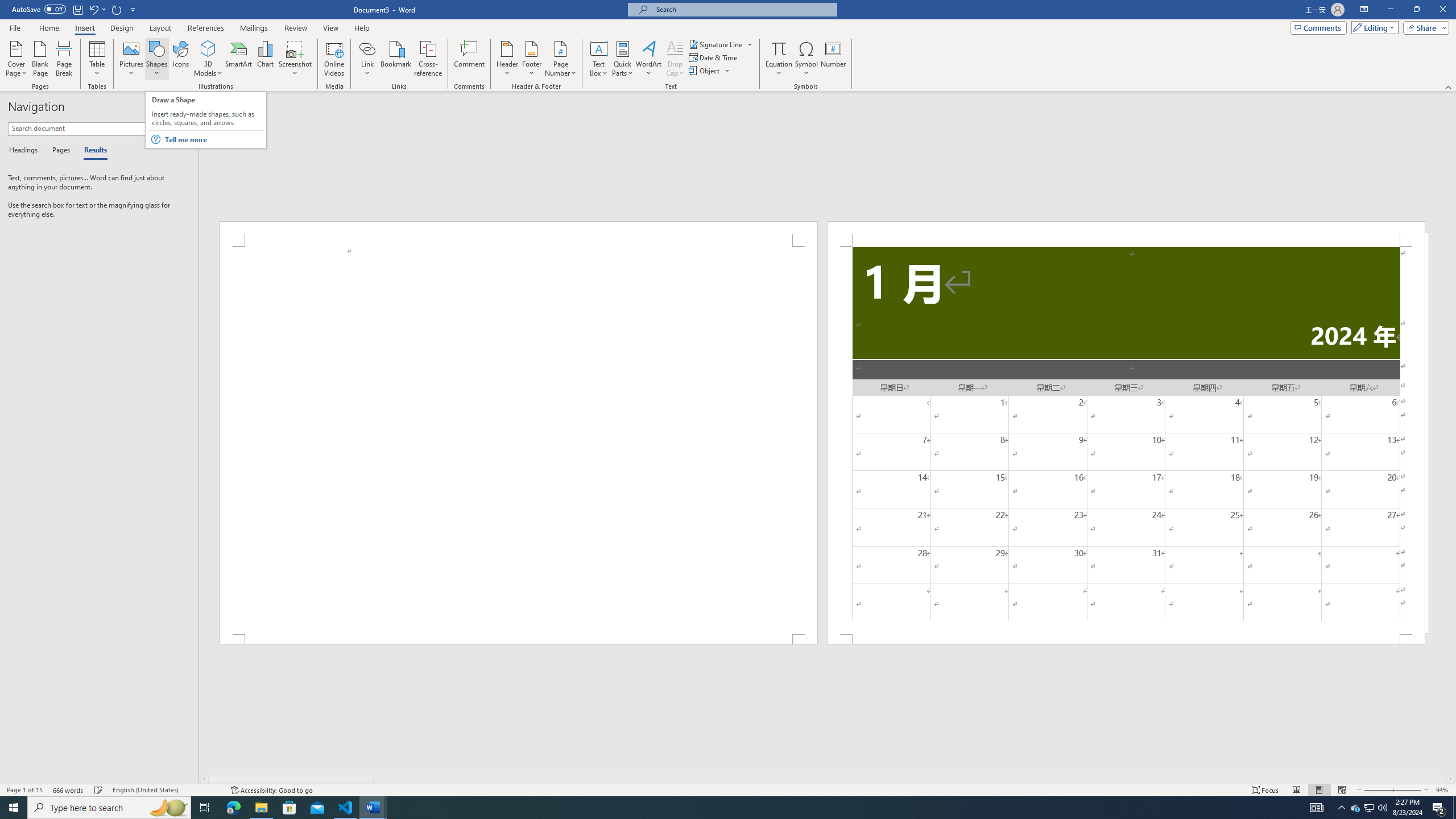 This screenshot has width=1456, height=819. What do you see at coordinates (507, 59) in the screenshot?
I see `'Header'` at bounding box center [507, 59].